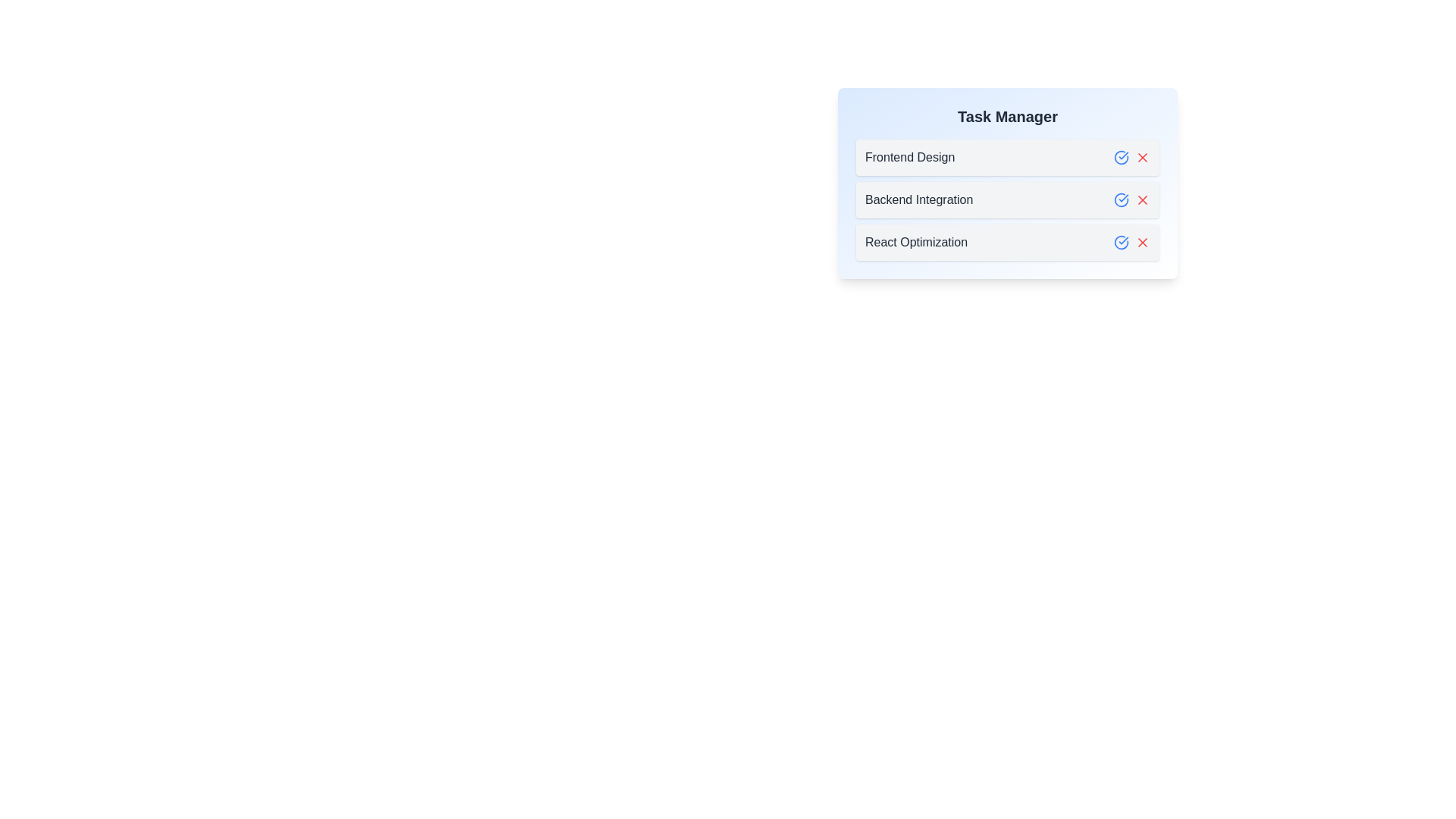 The width and height of the screenshot is (1456, 819). Describe the element at coordinates (1143, 199) in the screenshot. I see `the remove button for the task labeled 'Backend Integration'` at that location.